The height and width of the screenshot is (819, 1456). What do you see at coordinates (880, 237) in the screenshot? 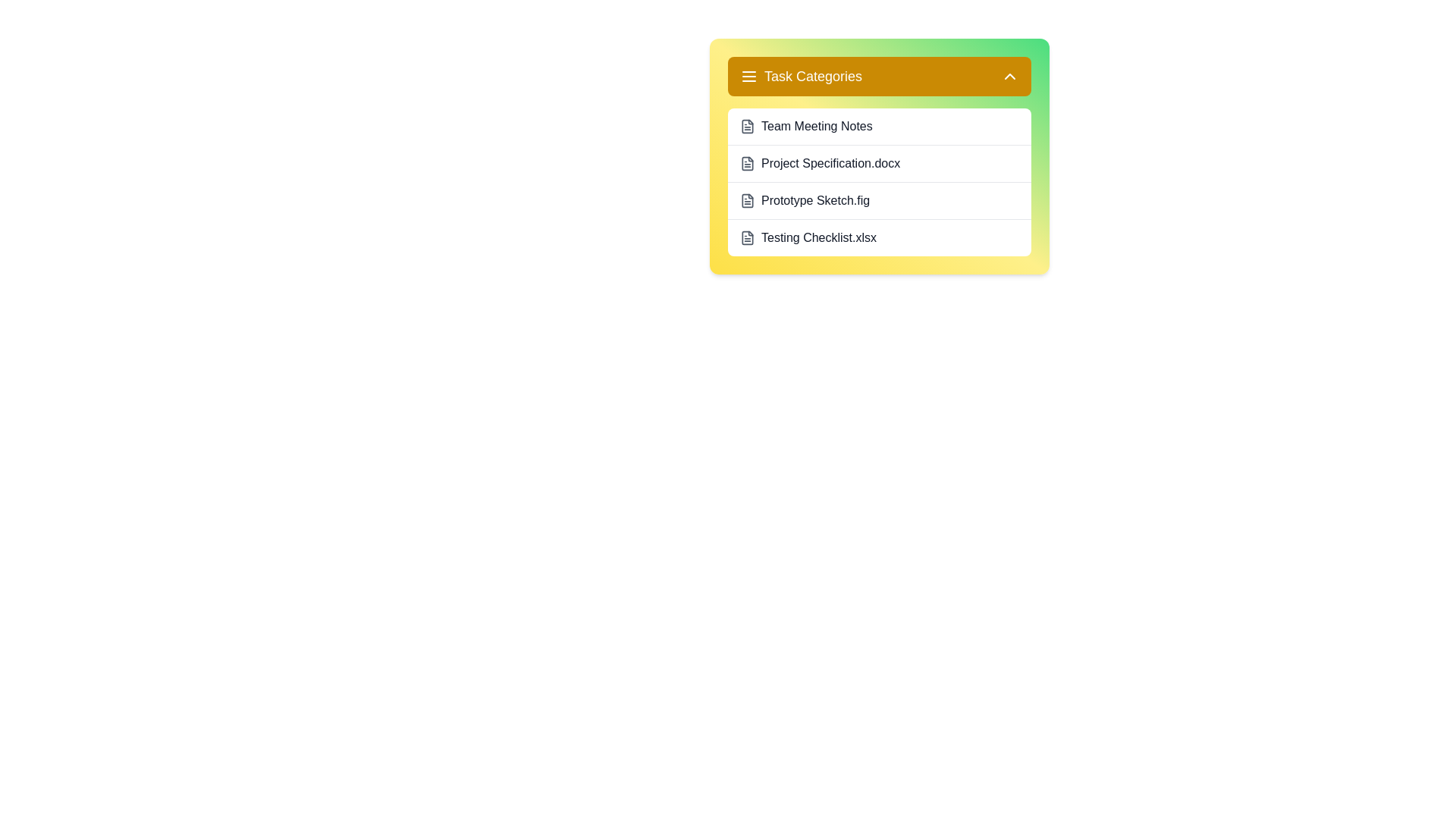
I see `the task Testing Checklist.xlsx from the task list` at bounding box center [880, 237].